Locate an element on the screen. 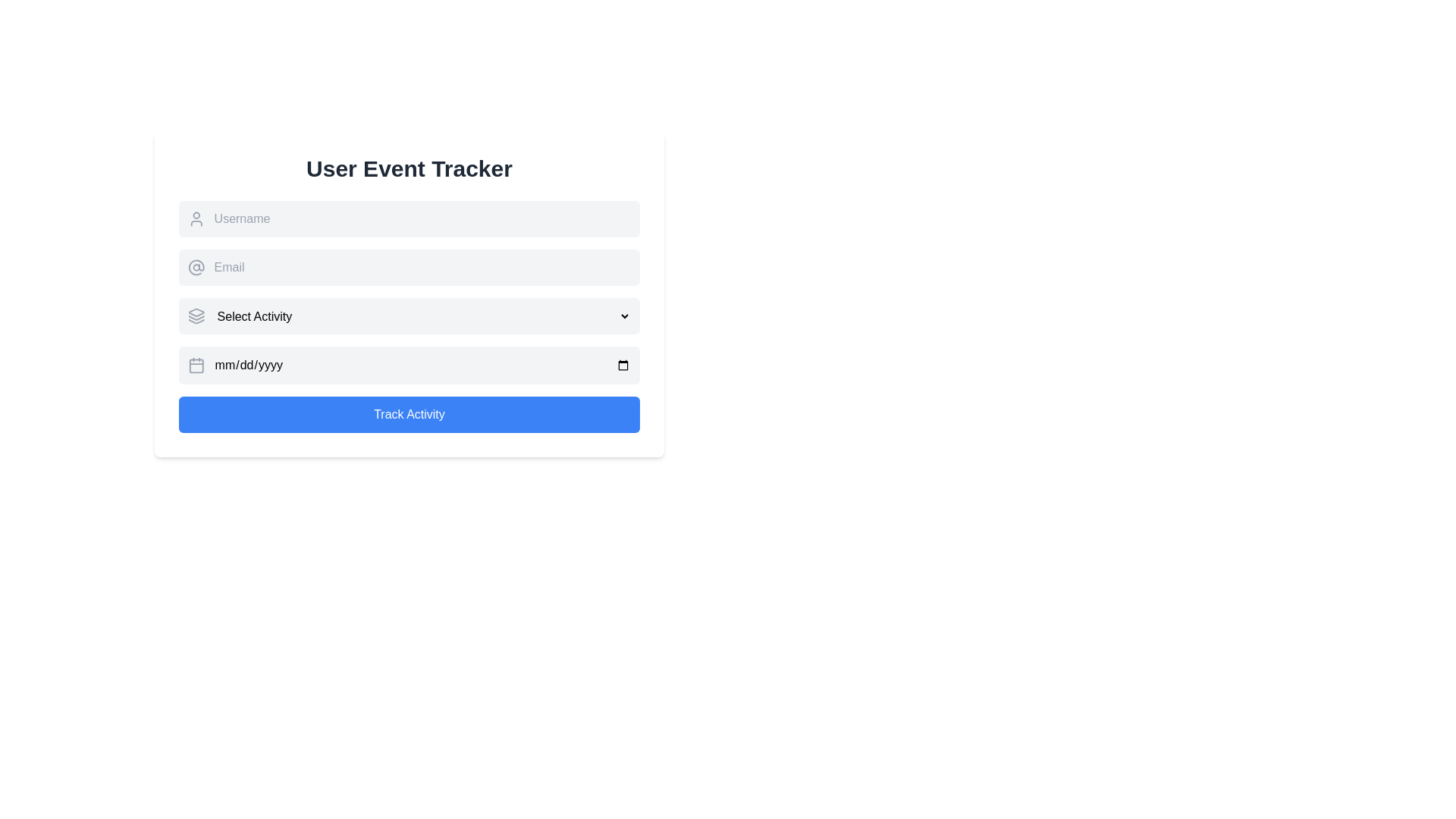  the bottom-most element of the stack represented by a thin line-based graphic resembling overlapping rectangular layers is located at coordinates (196, 321).